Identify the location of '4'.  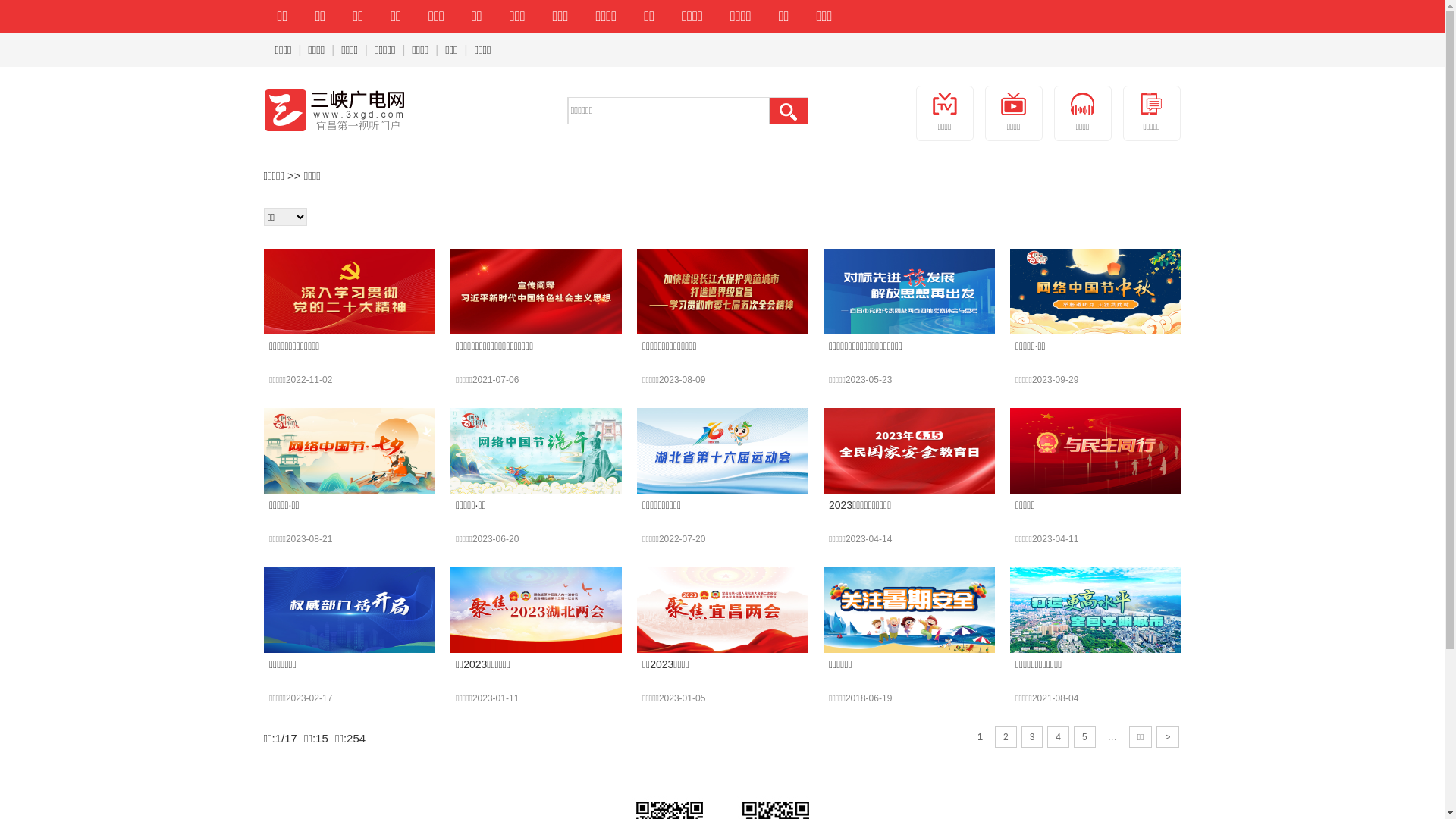
(1046, 736).